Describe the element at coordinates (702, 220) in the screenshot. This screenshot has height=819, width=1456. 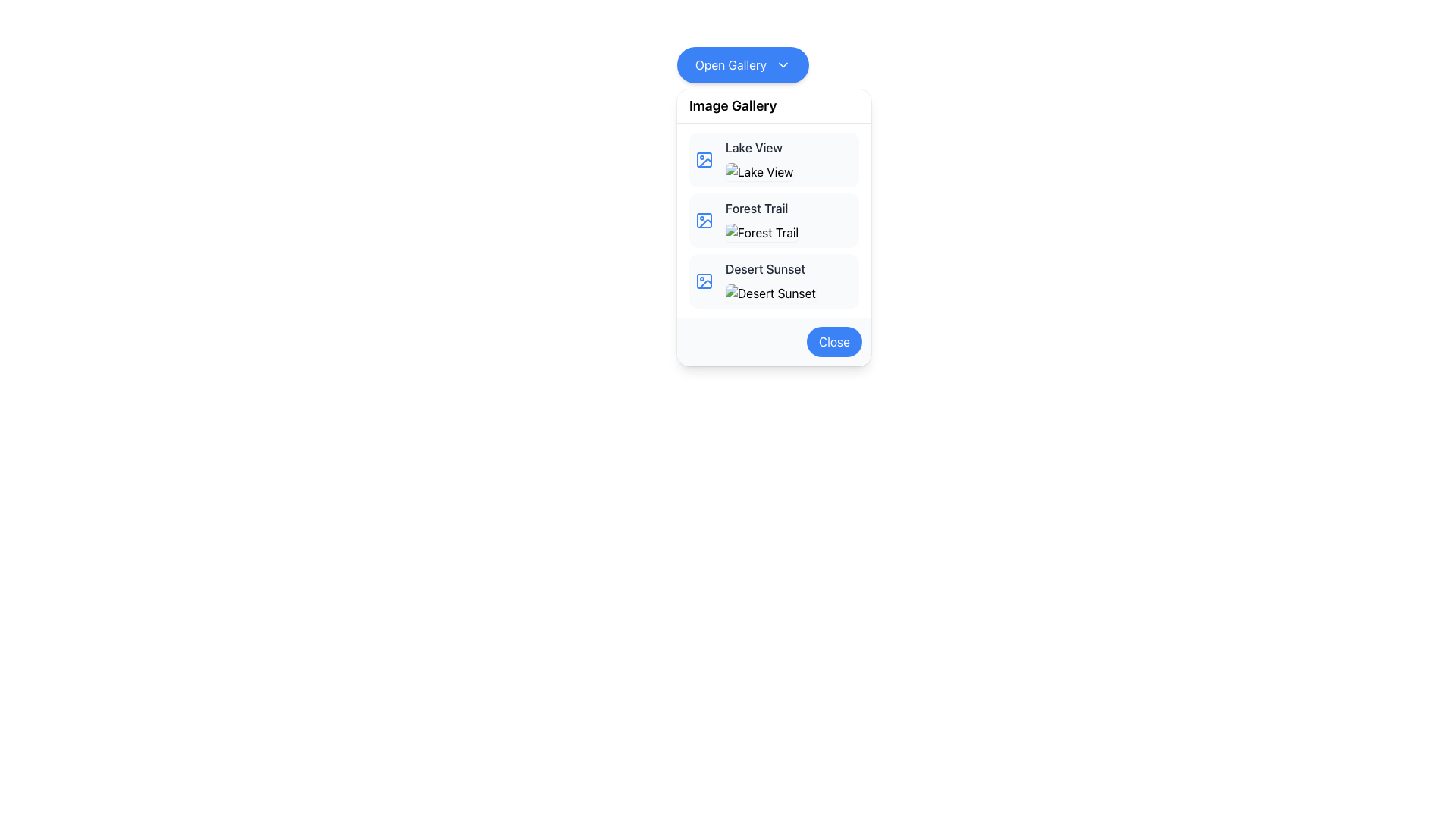
I see `the image icon located to the left of the 'Forest Trail' text in the 'Image Gallery' panel` at that location.